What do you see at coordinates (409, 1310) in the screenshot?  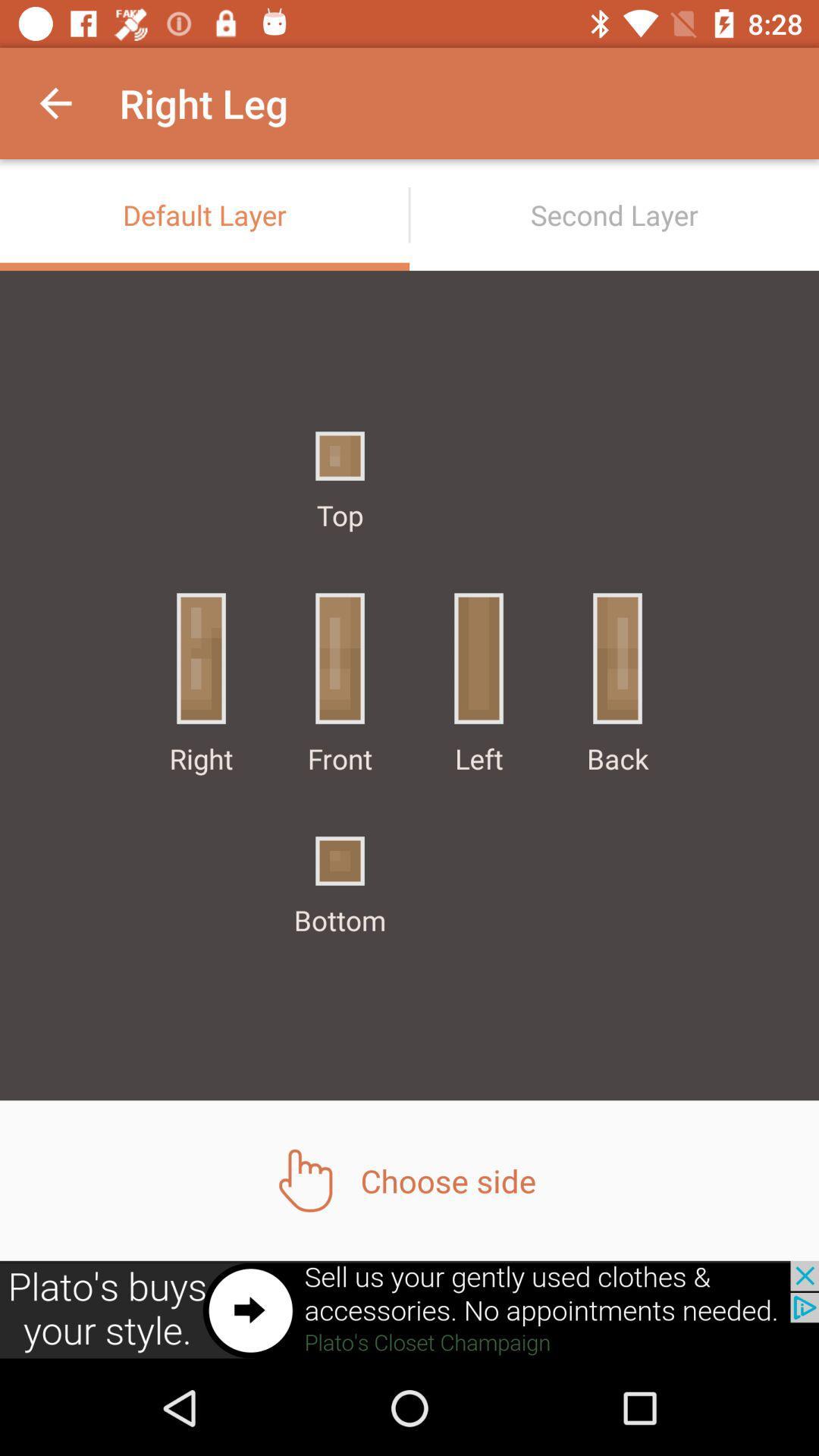 I see `go back` at bounding box center [409, 1310].